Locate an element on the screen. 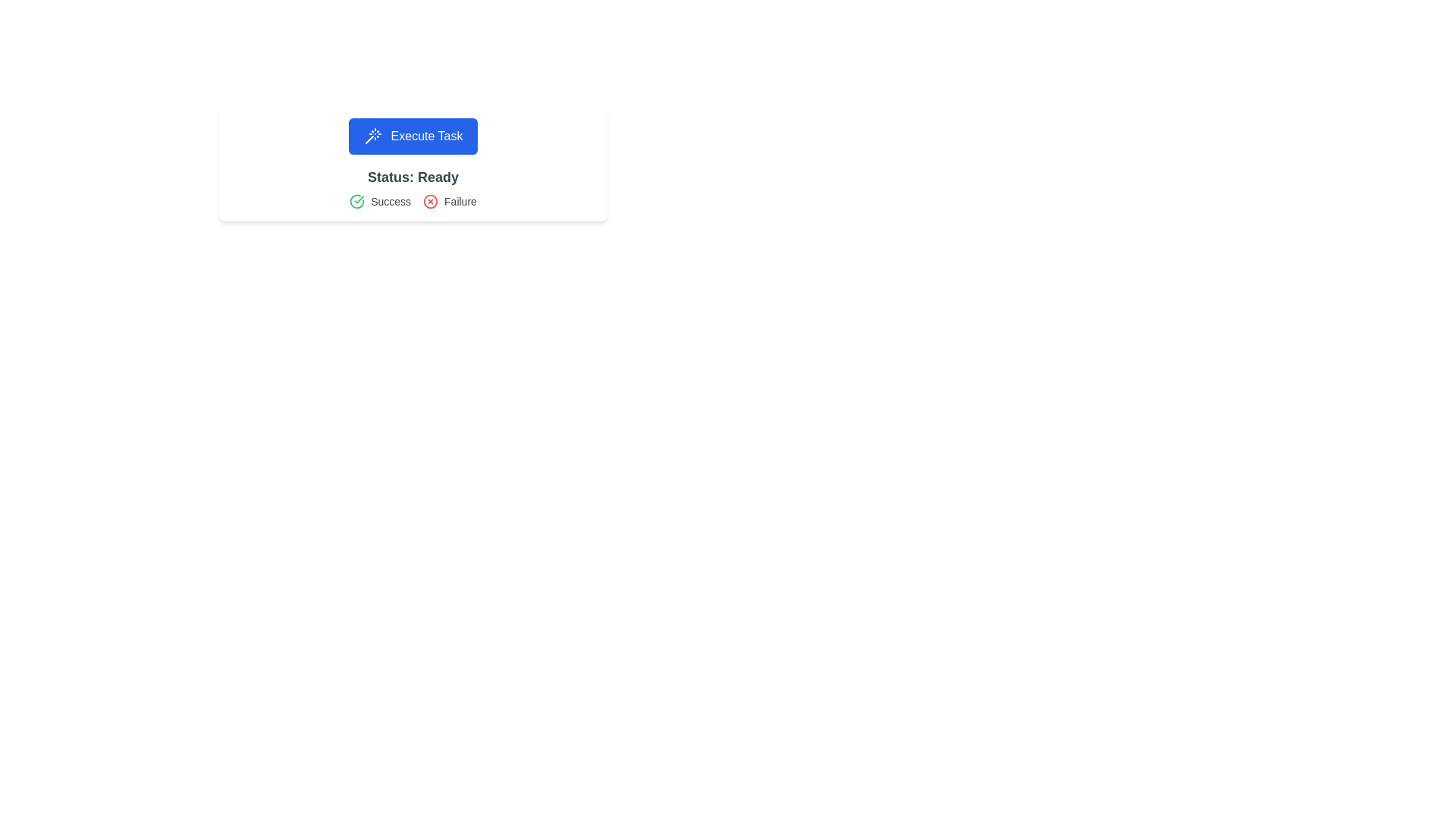 The width and height of the screenshot is (1456, 819). the red circular SVG element that is part of an icon located to the right of the 'Failure' label under the status section is located at coordinates (430, 201).